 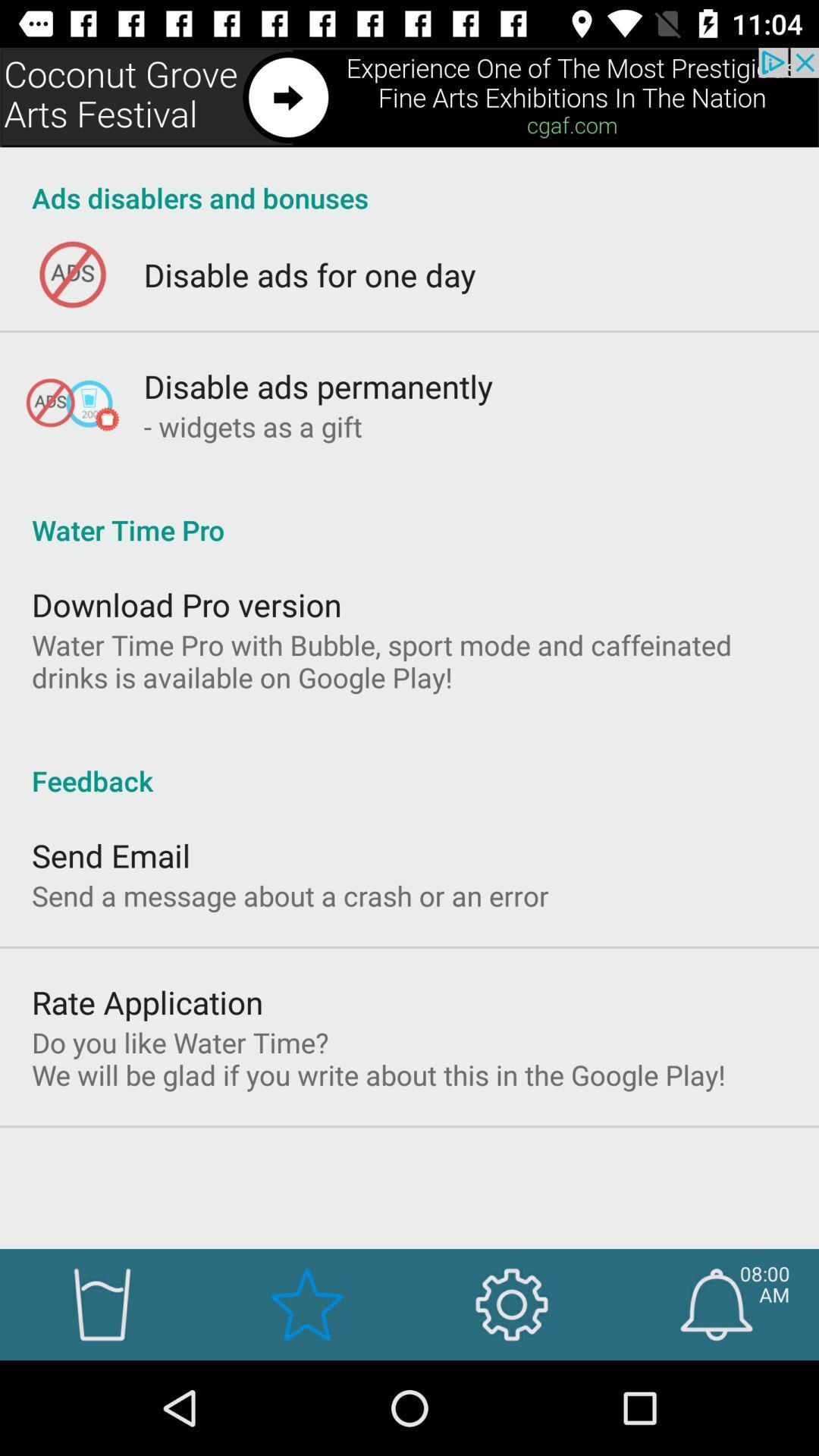 What do you see at coordinates (409, 96) in the screenshot?
I see `advertisement` at bounding box center [409, 96].